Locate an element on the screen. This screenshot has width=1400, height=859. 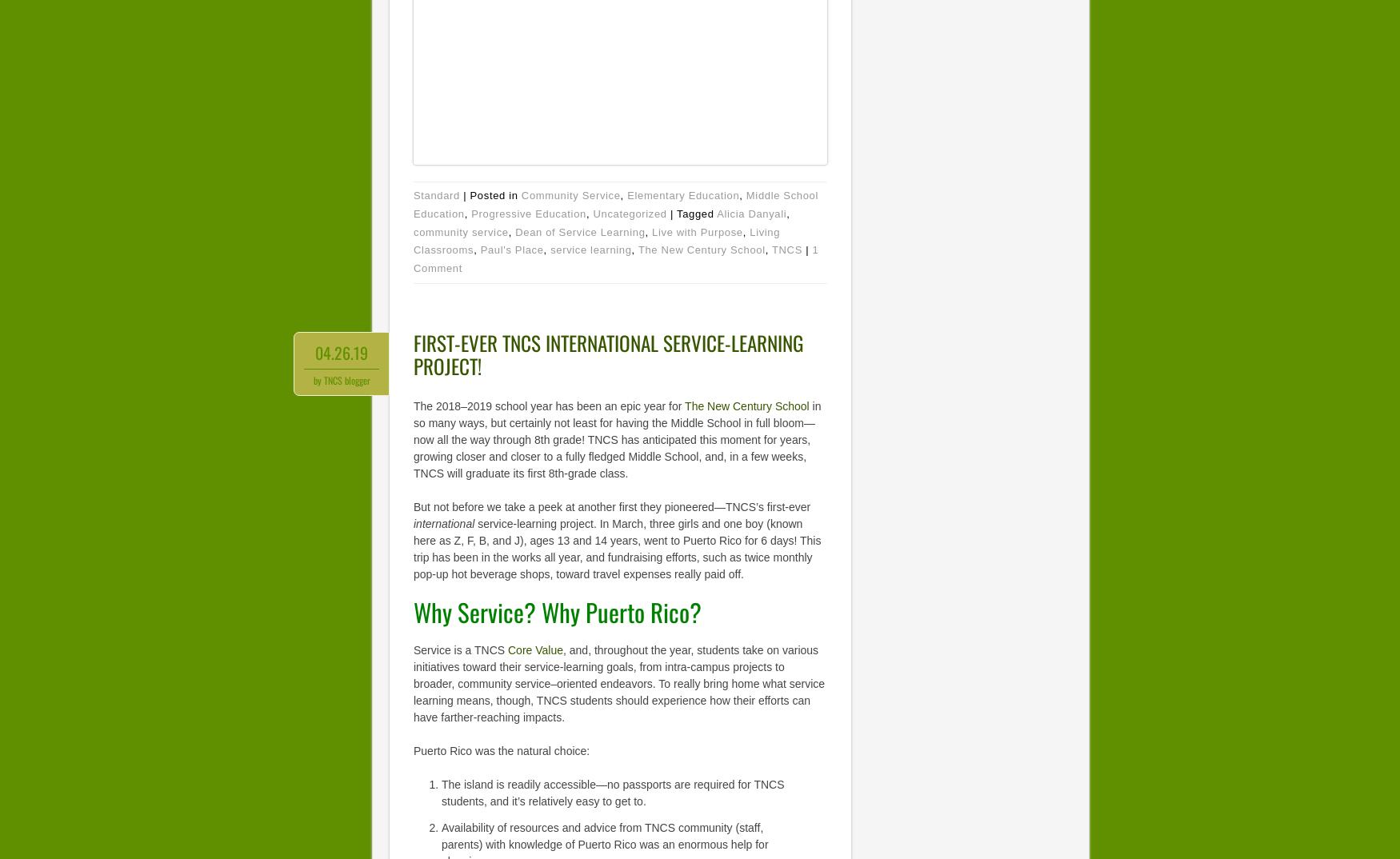
'in so many ways, but certainly not least for having the Middle School in full bloom—now all the way through 8th grade! TNCS has anticipated this moment for years, growing closer and closer to a fully fledged Middle School, and, in a few weeks, TNCS will graduate its first 8th-grade class.' is located at coordinates (616, 438).